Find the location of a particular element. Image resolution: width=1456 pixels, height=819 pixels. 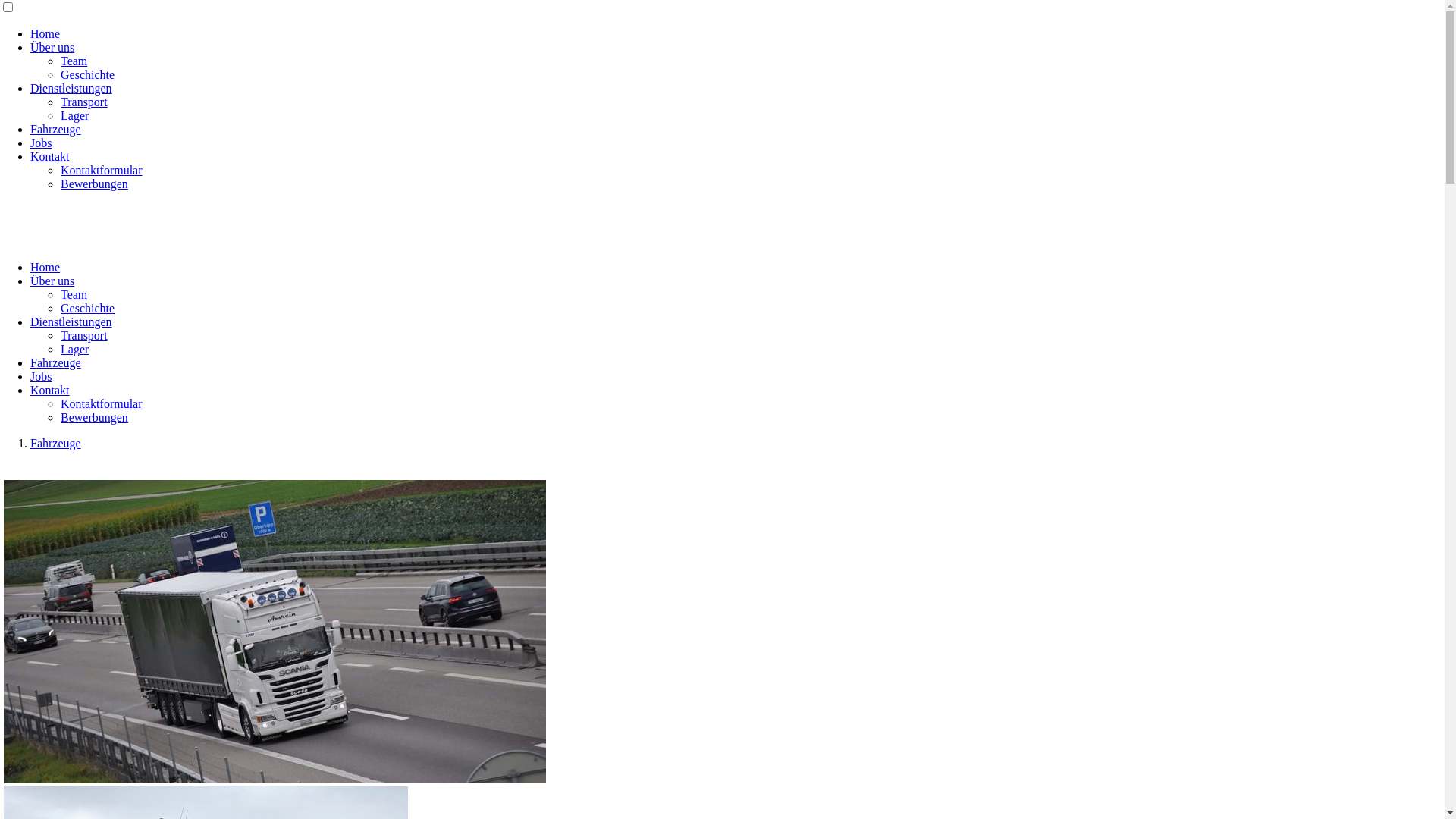

'Fahrzeuge' is located at coordinates (55, 443).